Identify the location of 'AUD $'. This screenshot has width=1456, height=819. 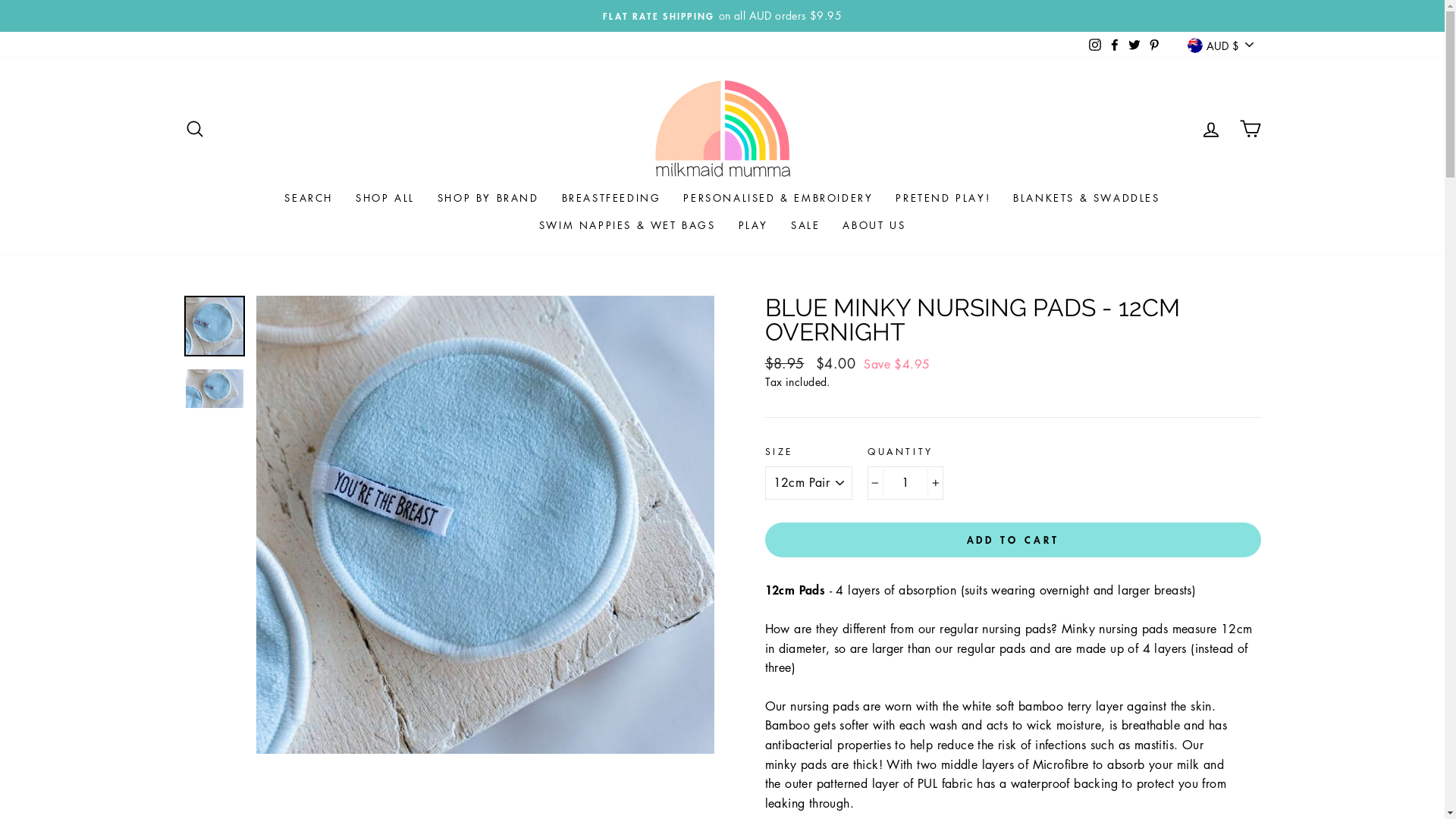
(1219, 44).